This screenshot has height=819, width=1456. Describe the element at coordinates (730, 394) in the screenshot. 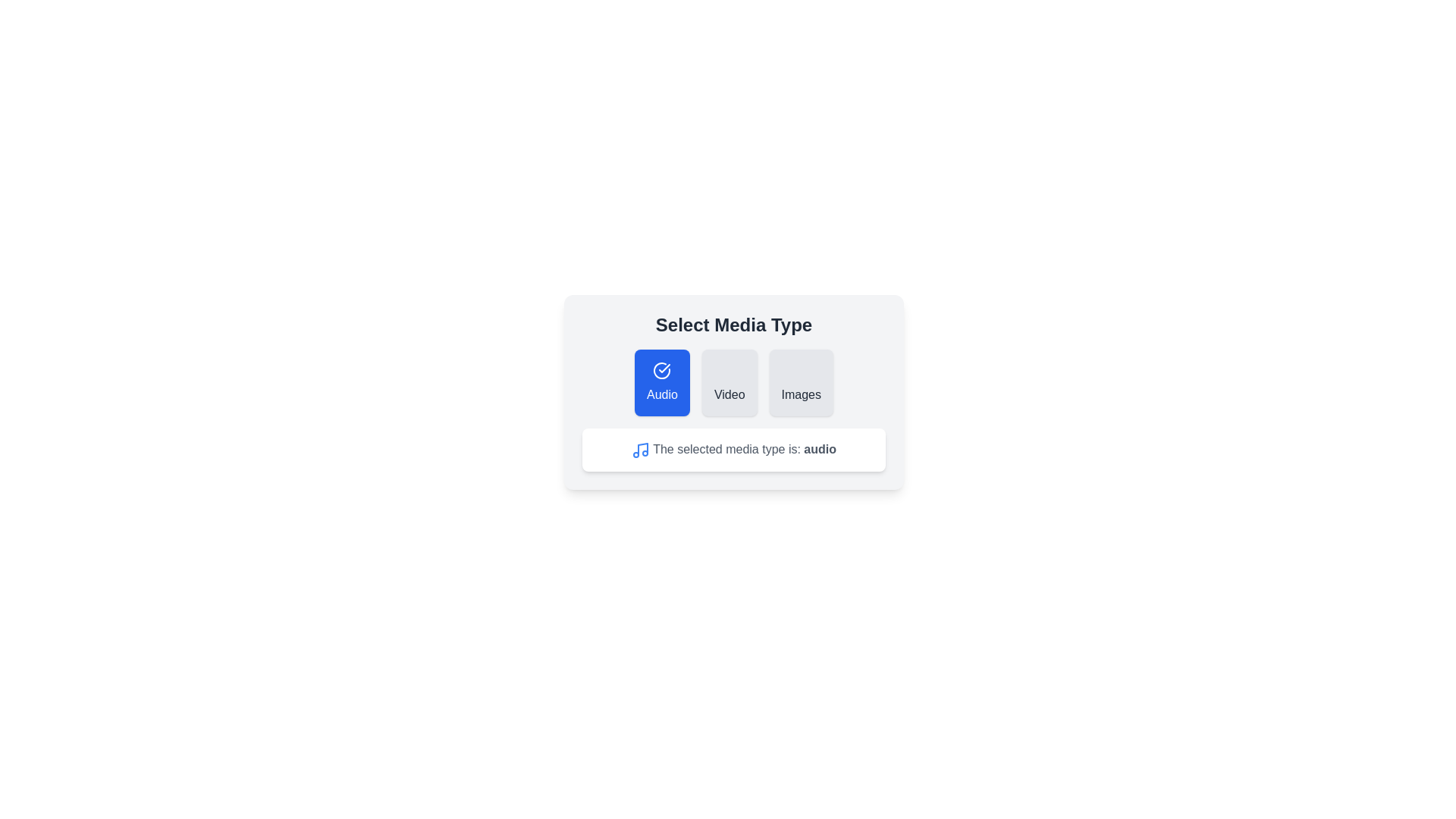

I see `the 'Video' text label within the 'Select Media Type' section, which is centrally located between the 'Audio' and 'Images' options` at that location.